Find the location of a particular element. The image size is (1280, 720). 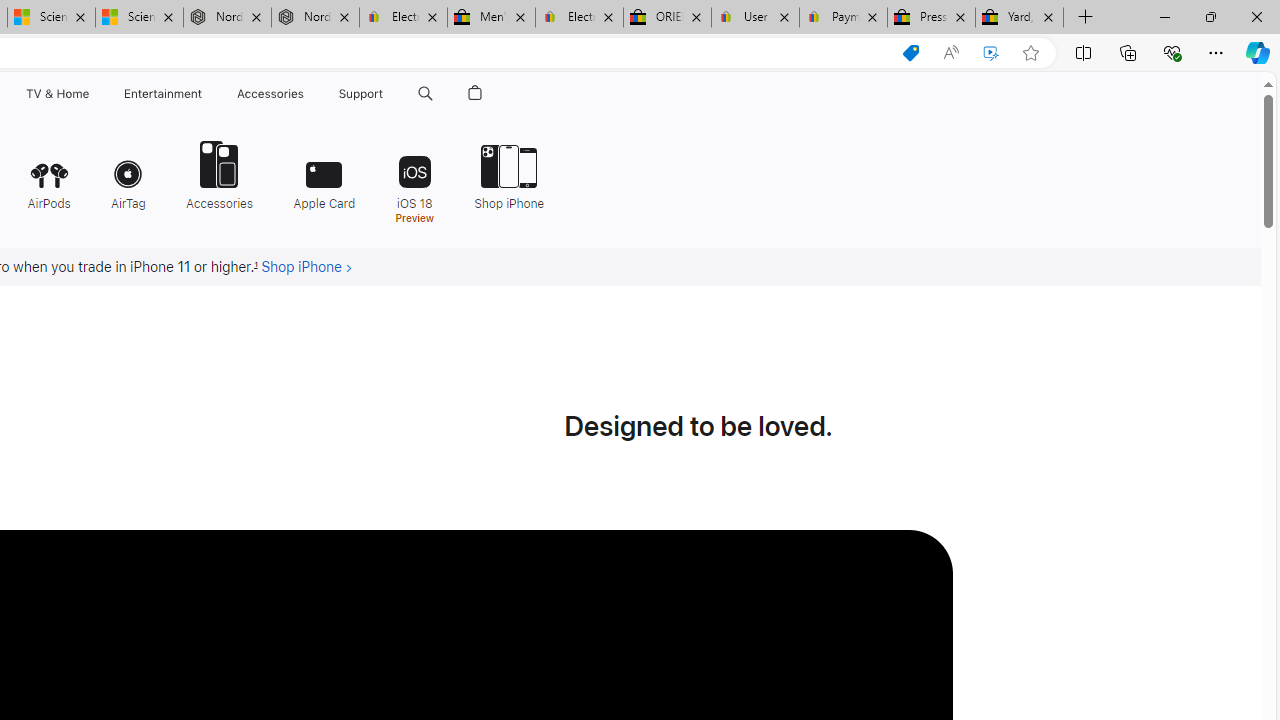

'iOS 18Preview' is located at coordinates (413, 180).